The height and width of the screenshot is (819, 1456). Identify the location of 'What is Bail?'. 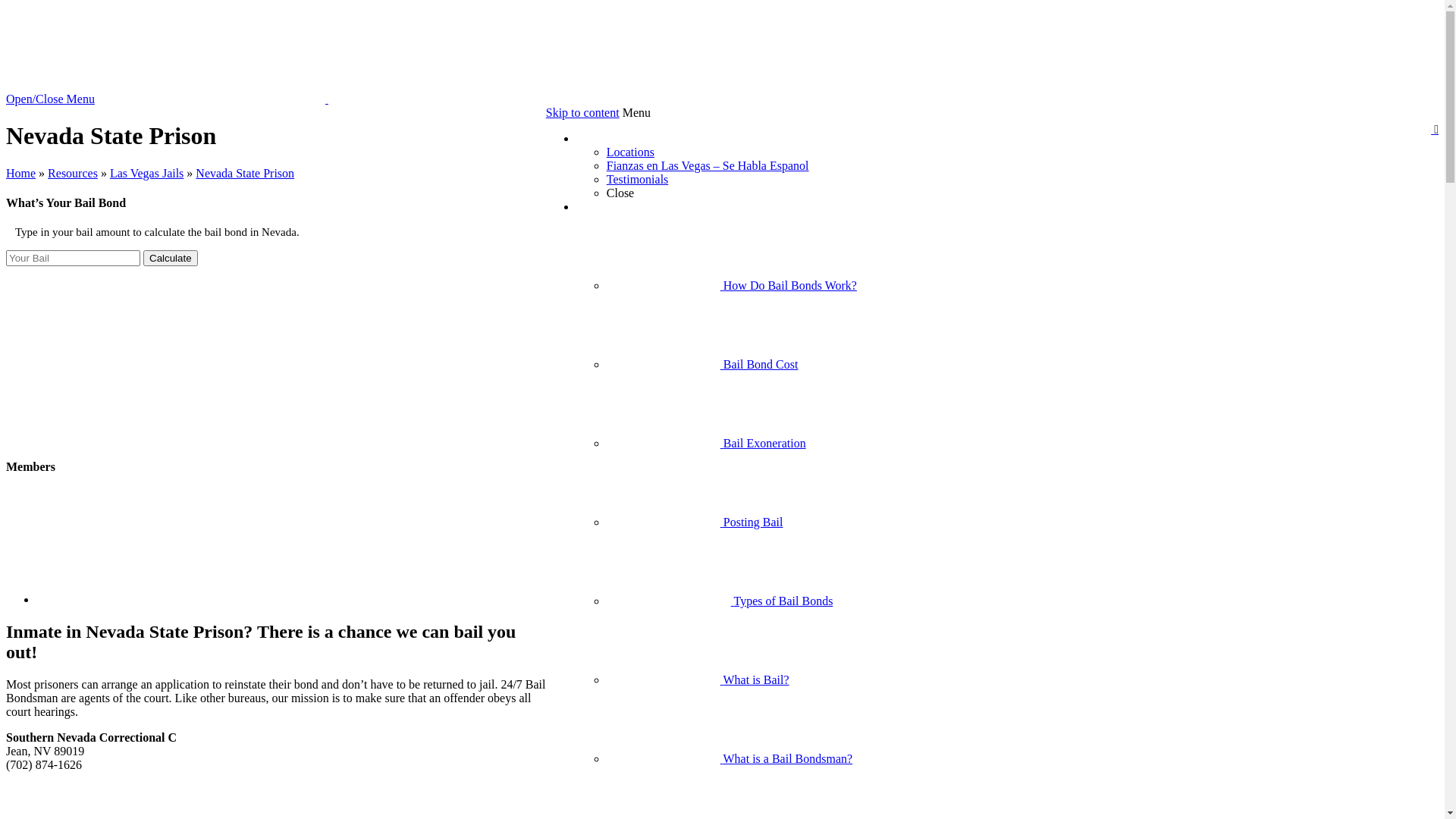
(697, 679).